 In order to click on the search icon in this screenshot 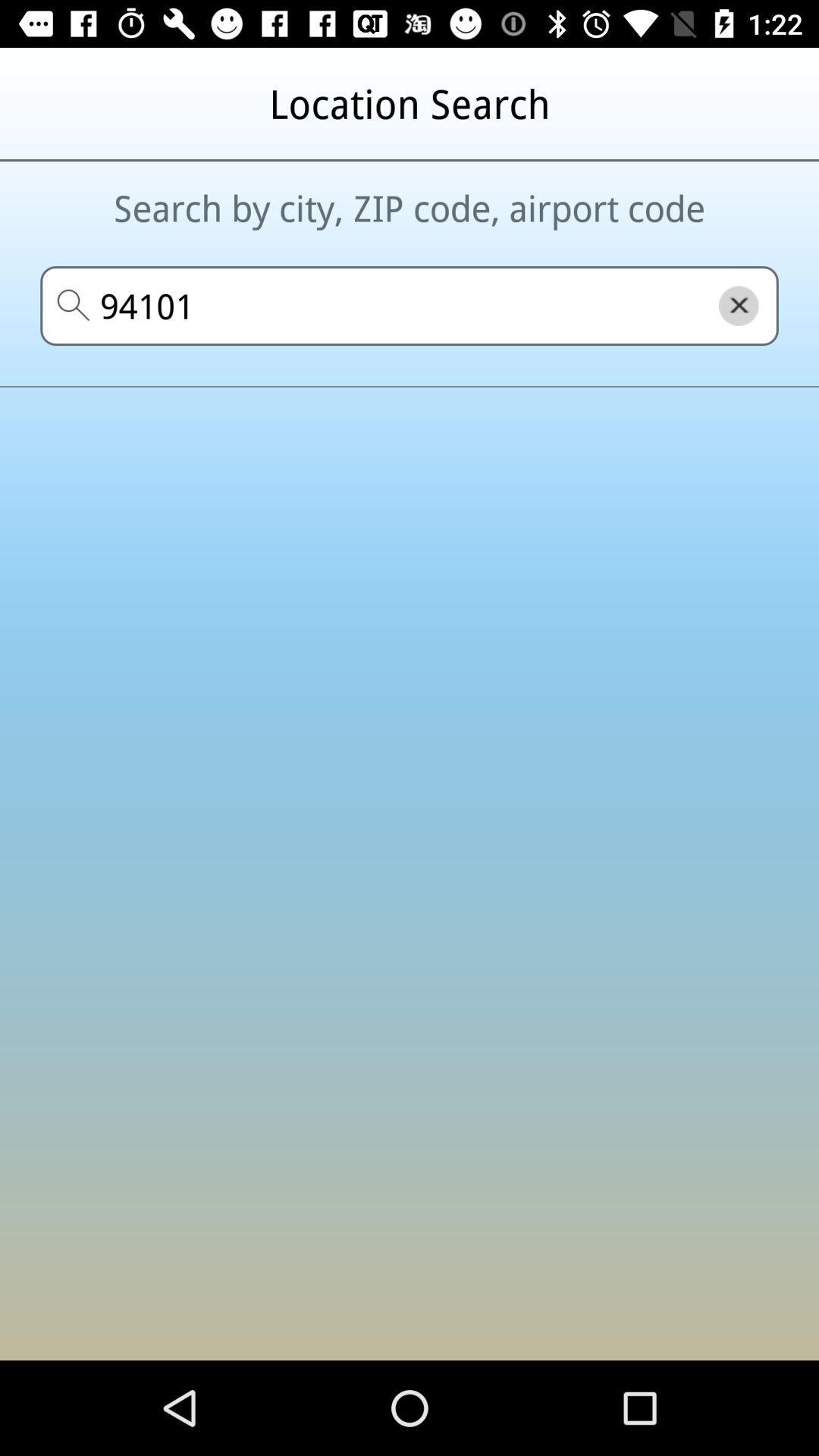, I will do `click(74, 305)`.